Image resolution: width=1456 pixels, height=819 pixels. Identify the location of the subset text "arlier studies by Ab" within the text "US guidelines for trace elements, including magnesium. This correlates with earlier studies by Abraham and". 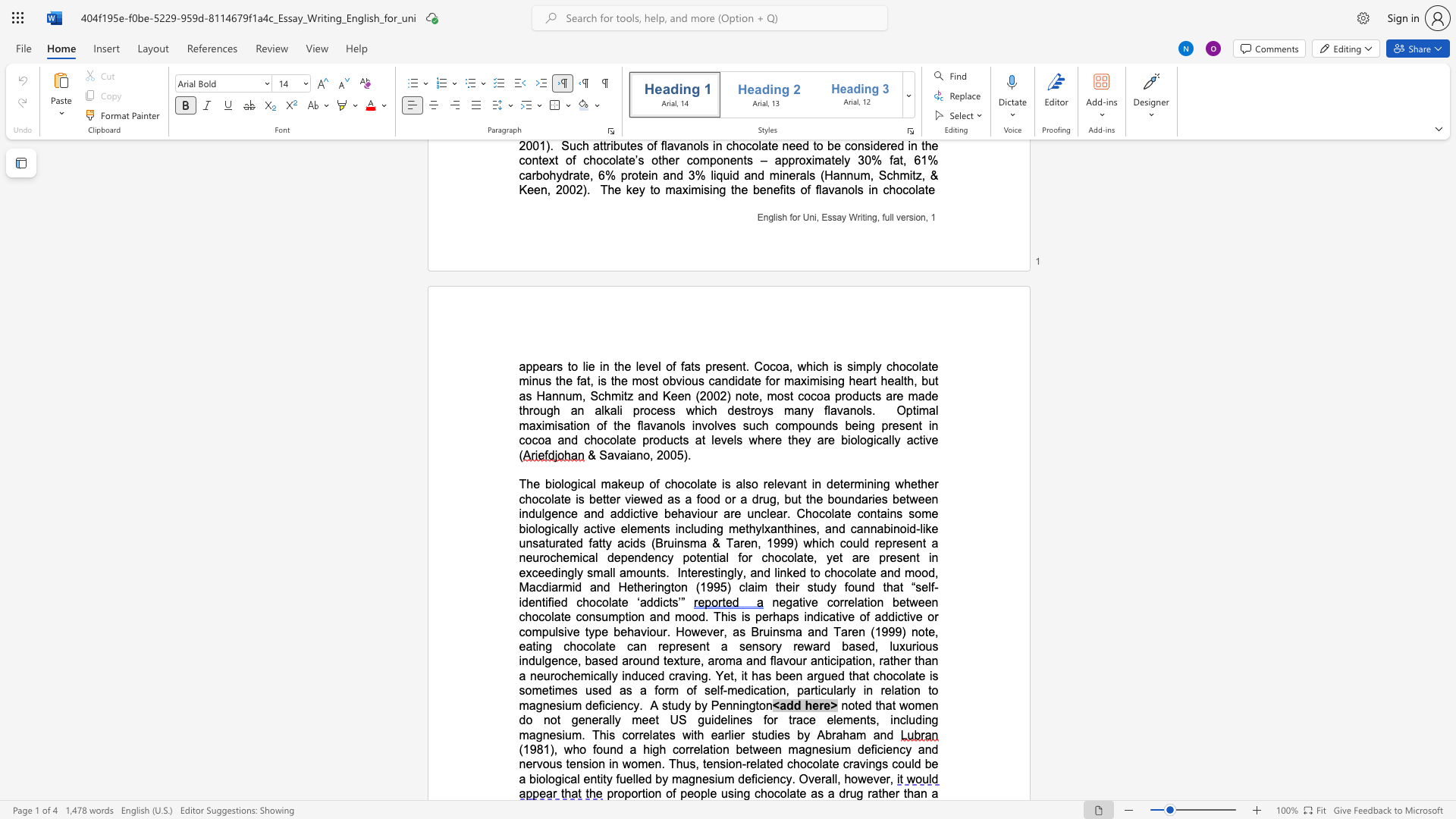
(717, 734).